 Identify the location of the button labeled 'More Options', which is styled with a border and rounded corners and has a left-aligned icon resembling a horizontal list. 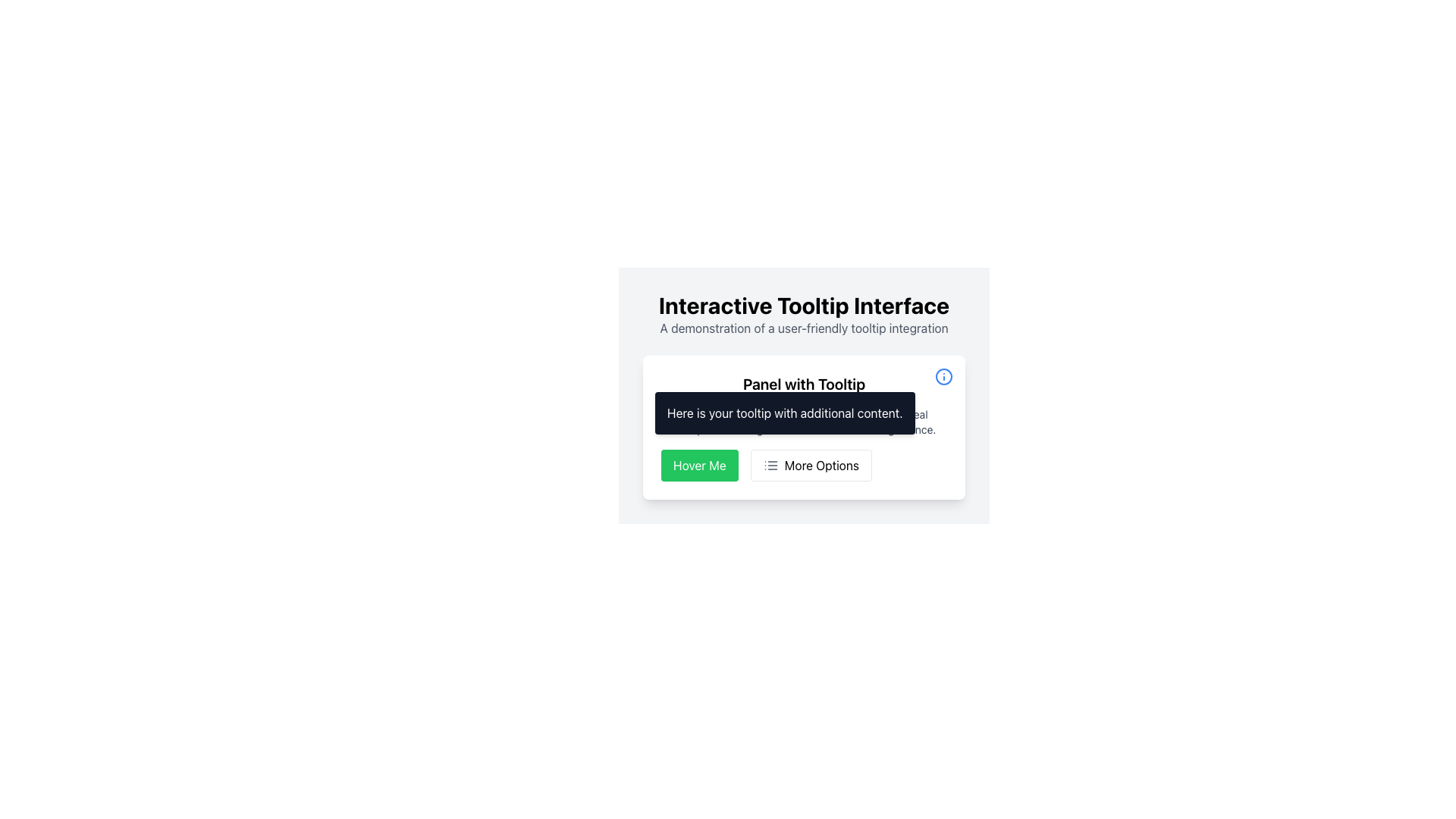
(810, 464).